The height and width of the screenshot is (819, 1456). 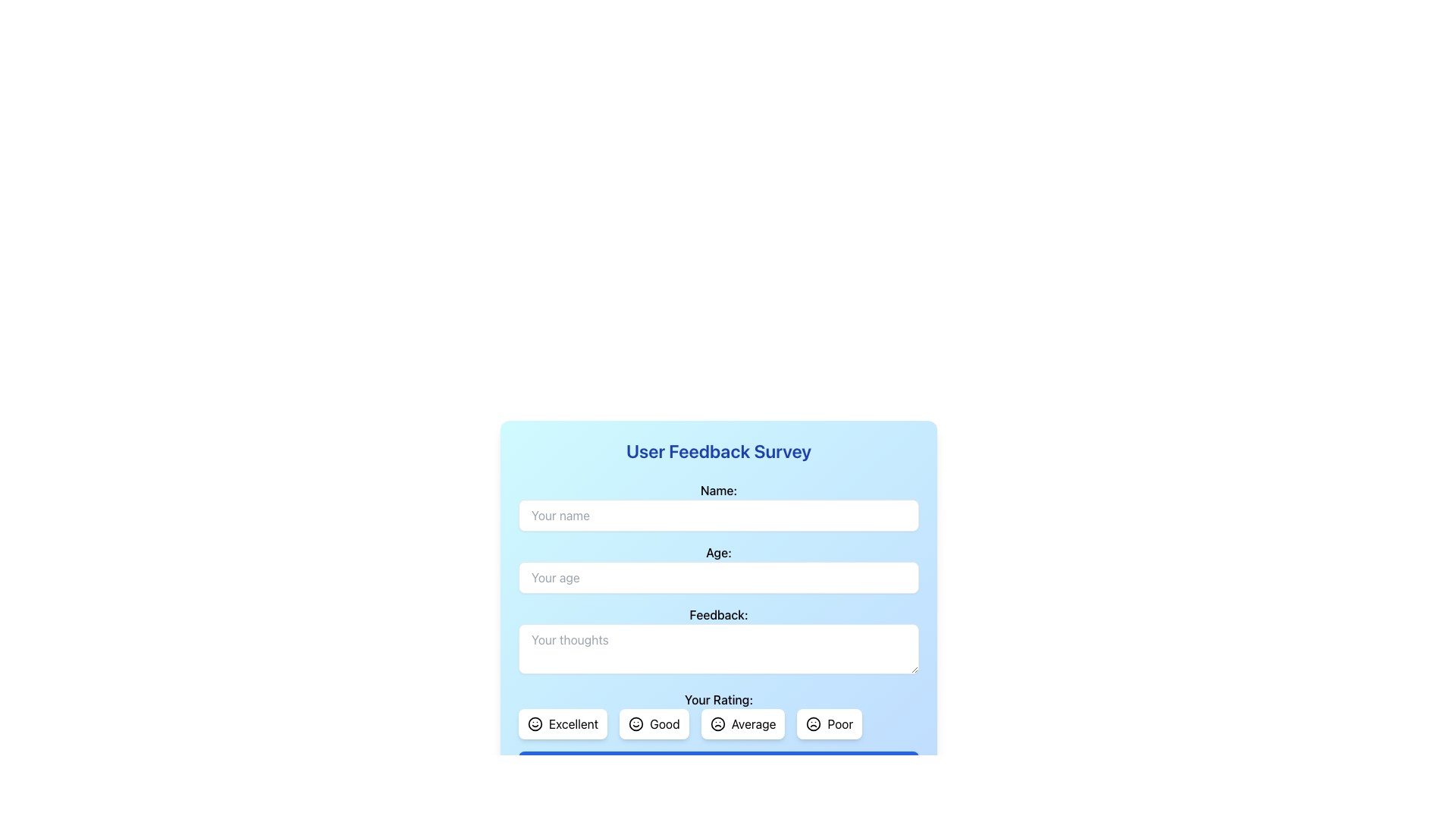 What do you see at coordinates (718, 723) in the screenshot?
I see `the third button labeled 'Average' in the rating group` at bounding box center [718, 723].